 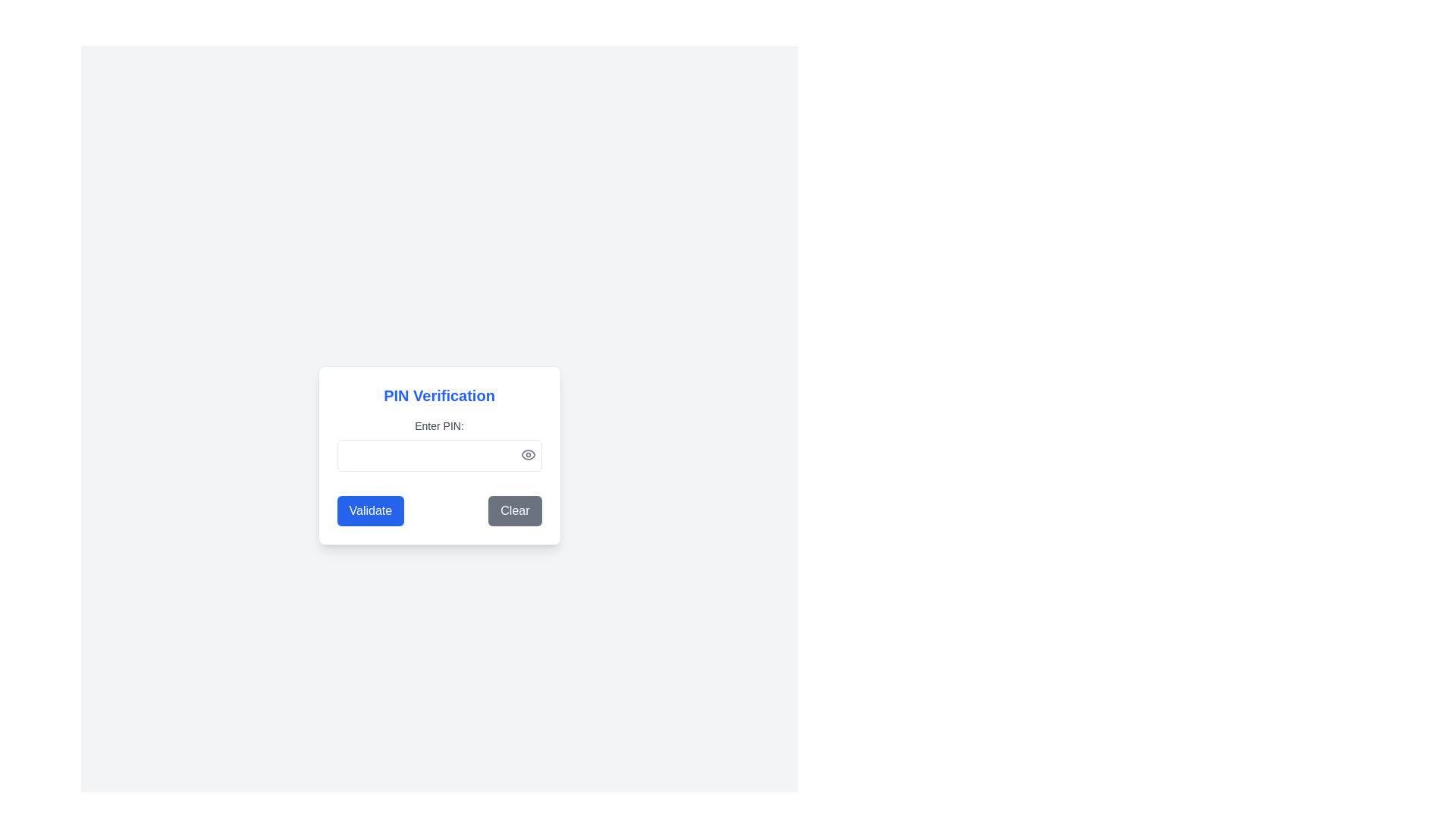 What do you see at coordinates (528, 454) in the screenshot?
I see `the toggle visibility button (eye icon) located at the top-right corner of the input box` at bounding box center [528, 454].